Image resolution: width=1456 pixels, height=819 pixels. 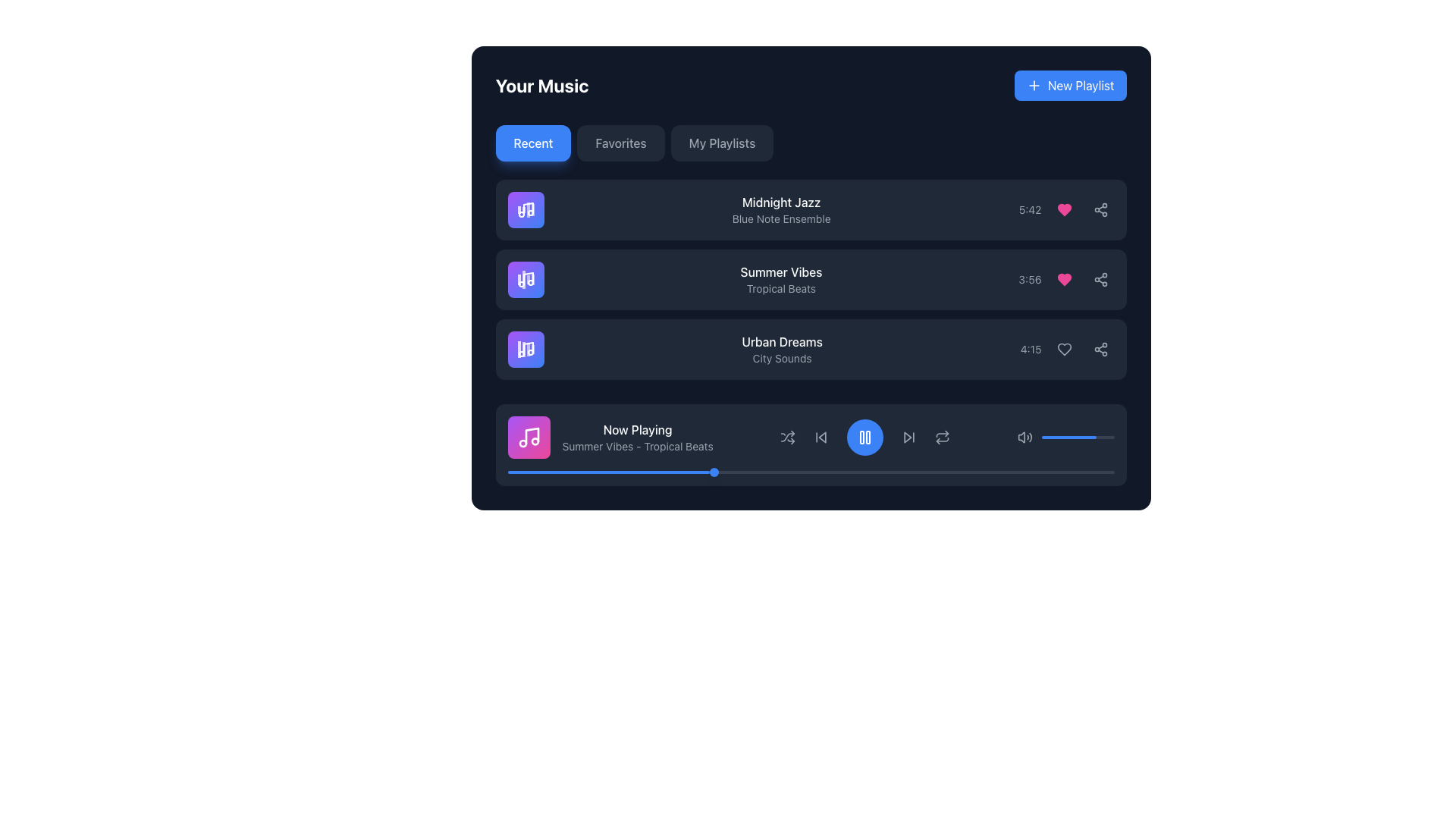 I want to click on progress, so click(x=1005, y=472).